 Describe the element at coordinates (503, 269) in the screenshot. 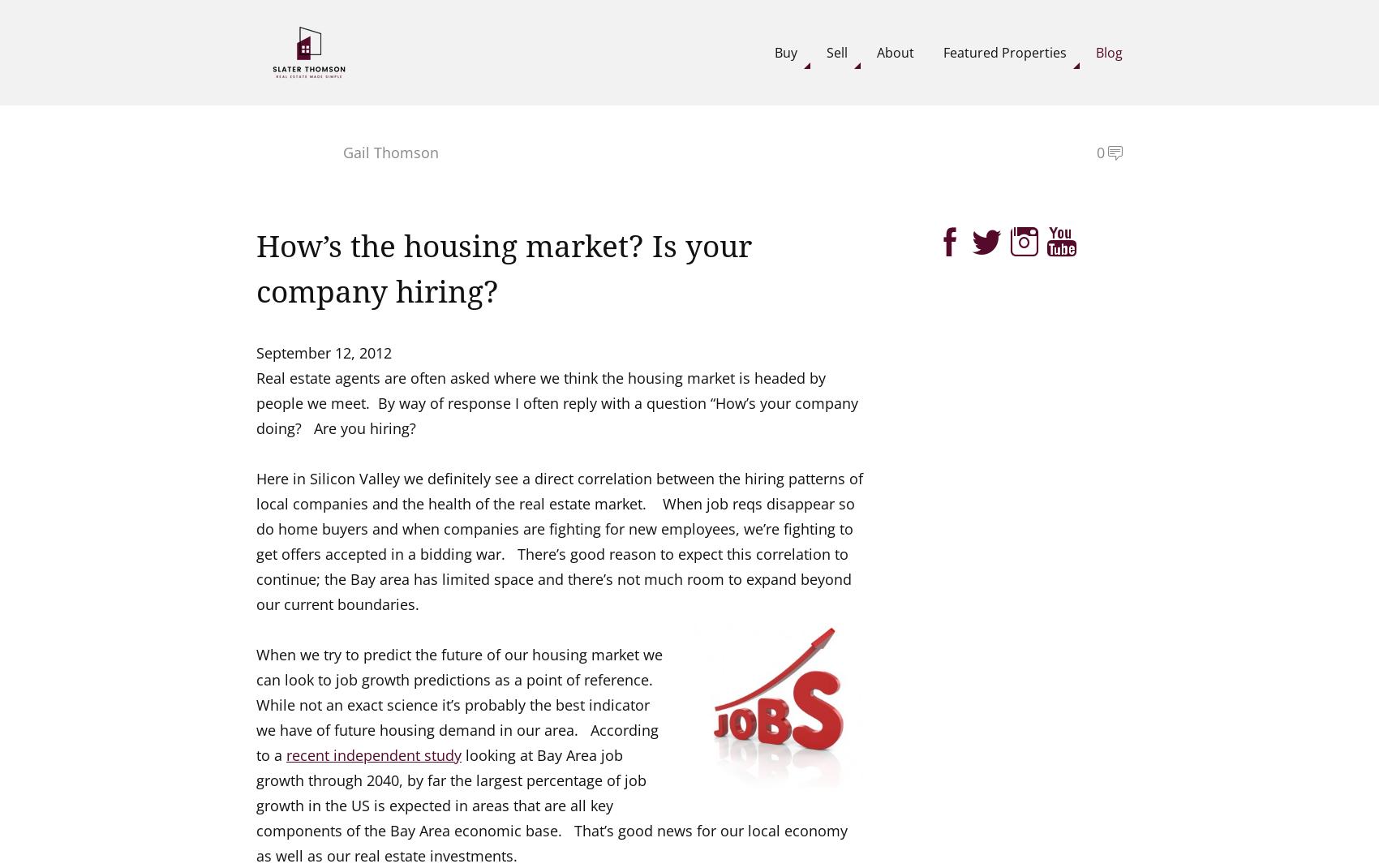

I see `'How’s the housing market? Is your company hiring?'` at that location.